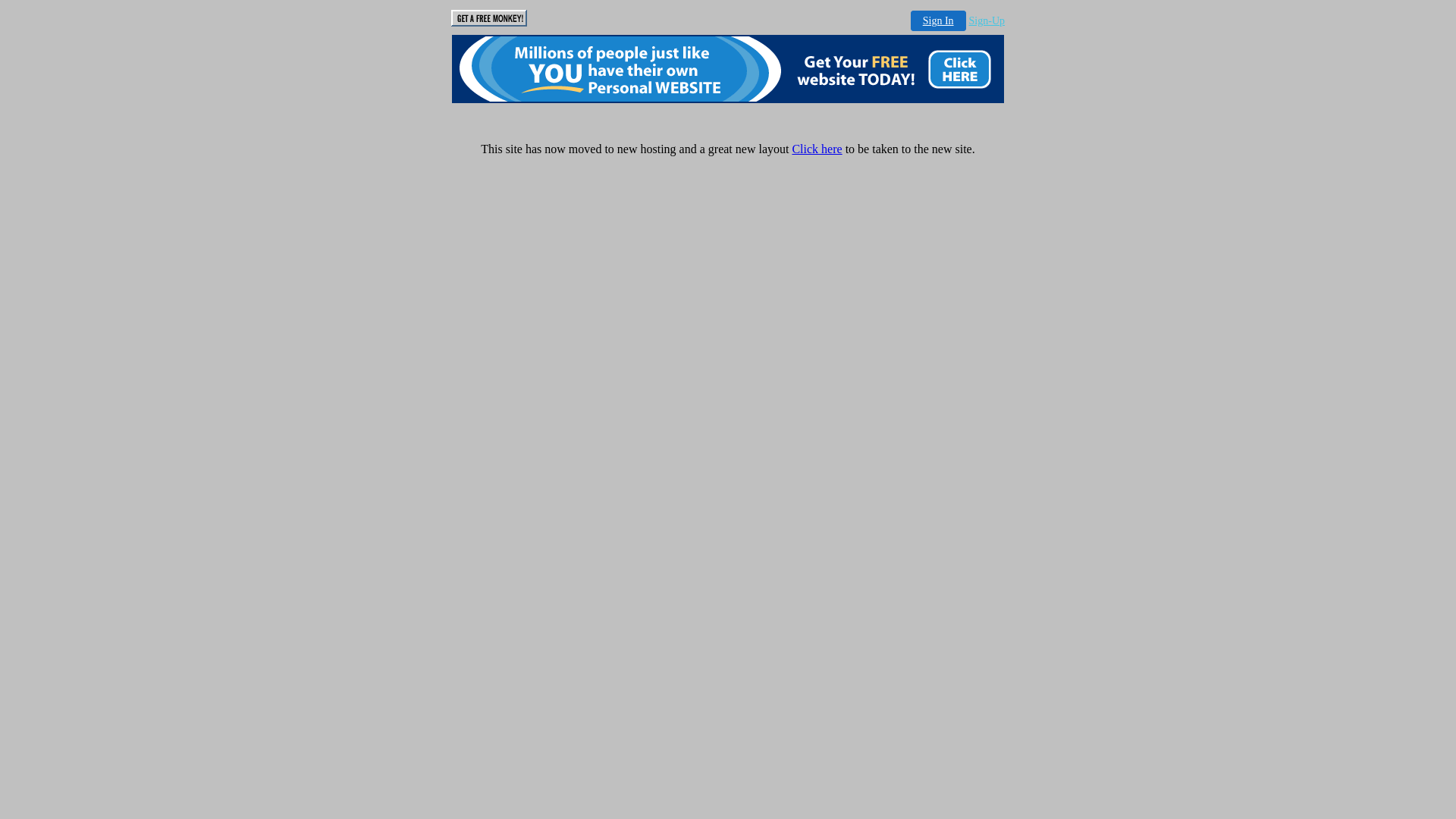  What do you see at coordinates (937, 20) in the screenshot?
I see `'Sign In'` at bounding box center [937, 20].